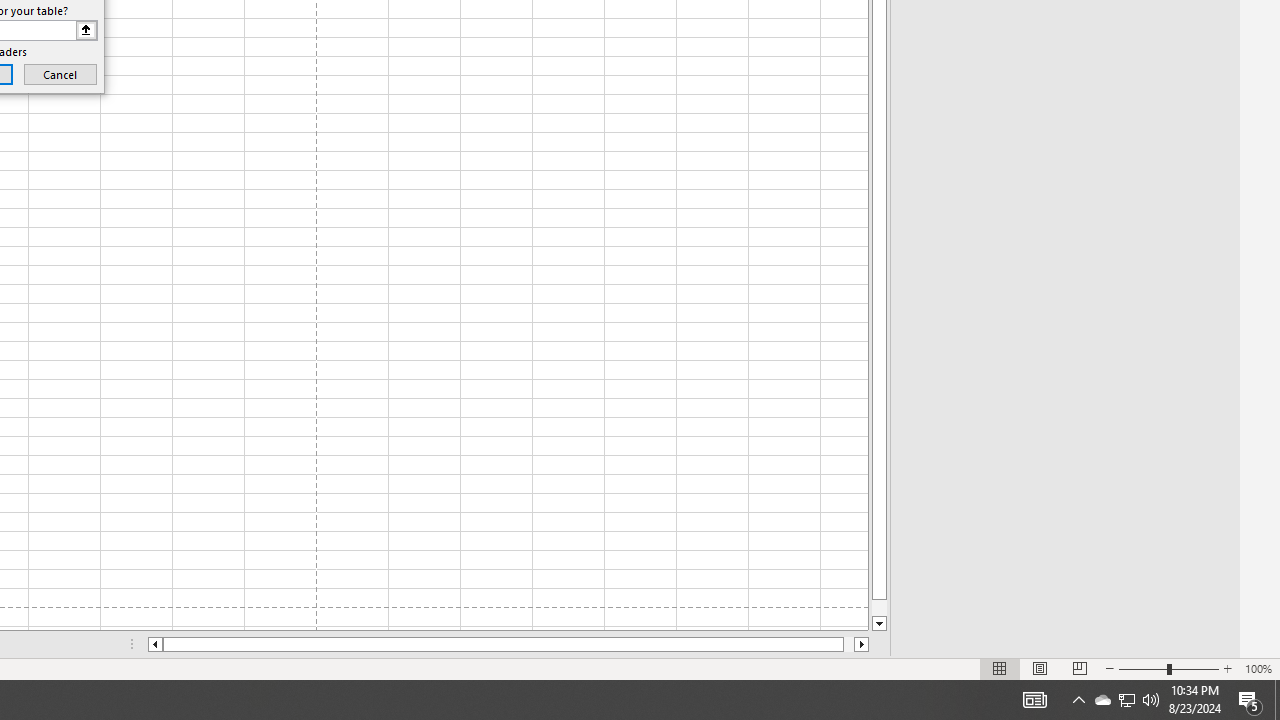 This screenshot has height=720, width=1280. Describe the element at coordinates (1000, 669) in the screenshot. I see `'Normal'` at that location.